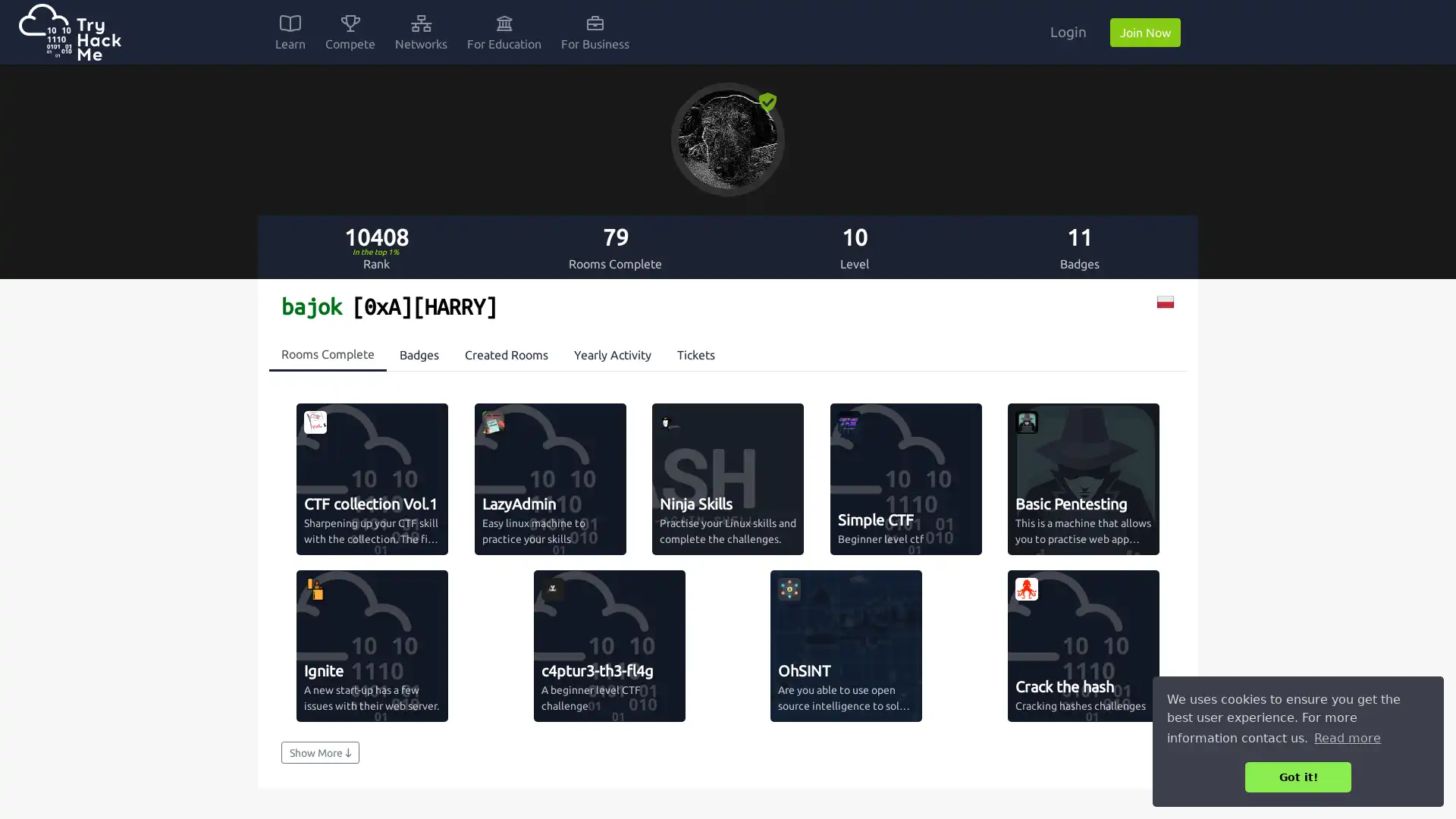  I want to click on Show More, so click(319, 752).